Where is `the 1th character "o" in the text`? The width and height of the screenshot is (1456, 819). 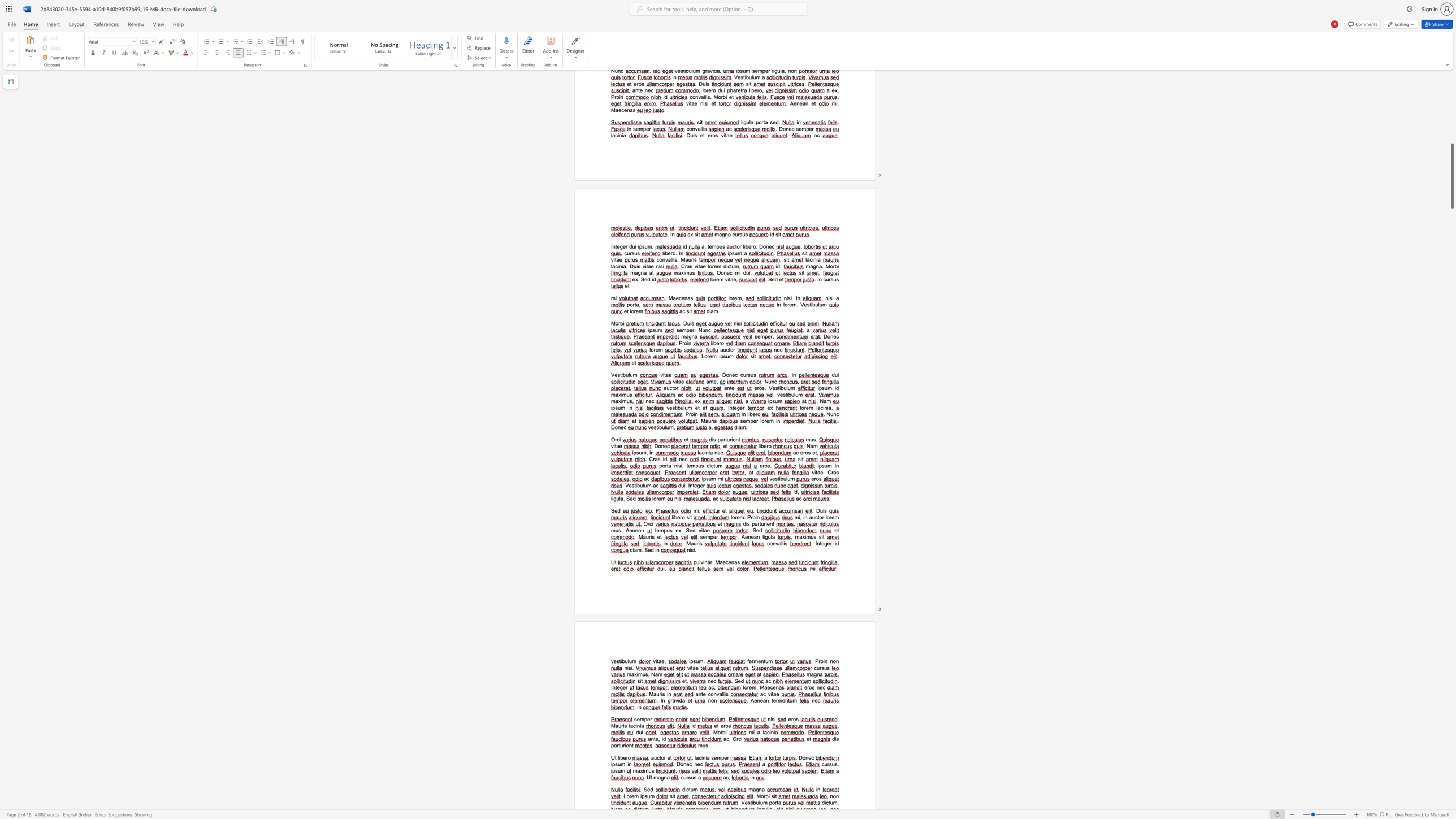 the 1th character "o" in the text is located at coordinates (811, 687).